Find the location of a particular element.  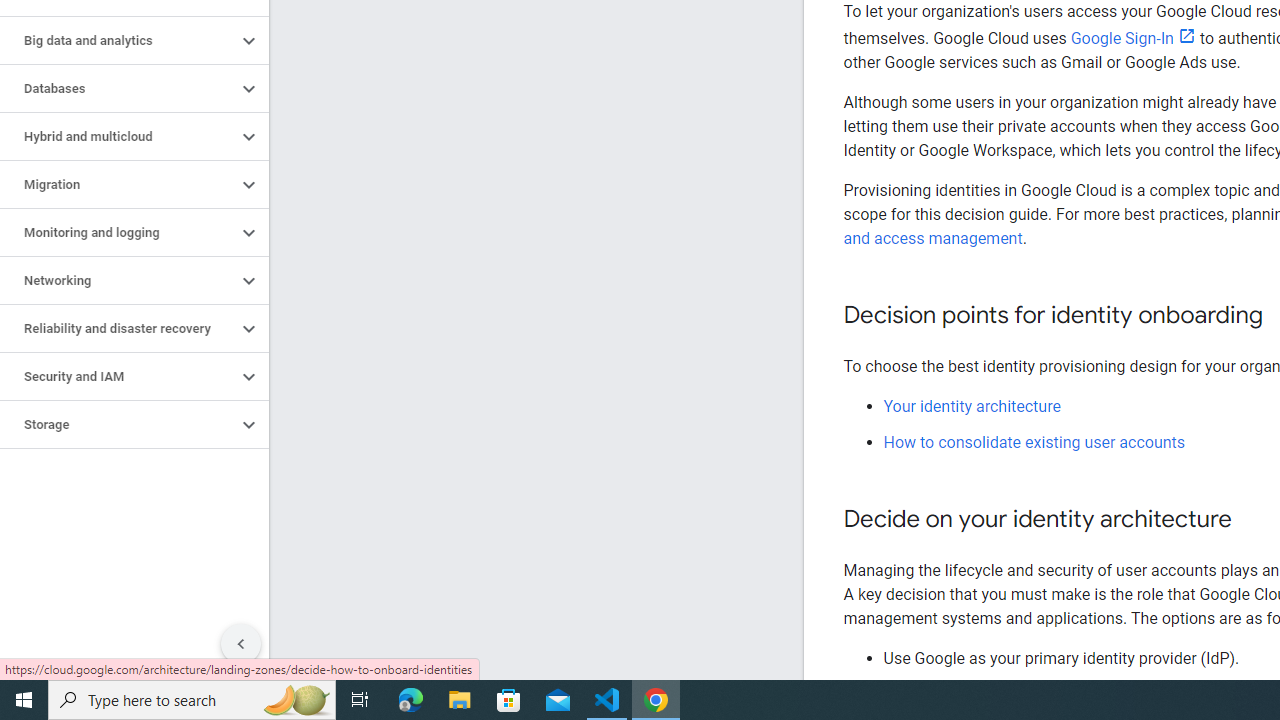

'Google Sign-In' is located at coordinates (1132, 38).